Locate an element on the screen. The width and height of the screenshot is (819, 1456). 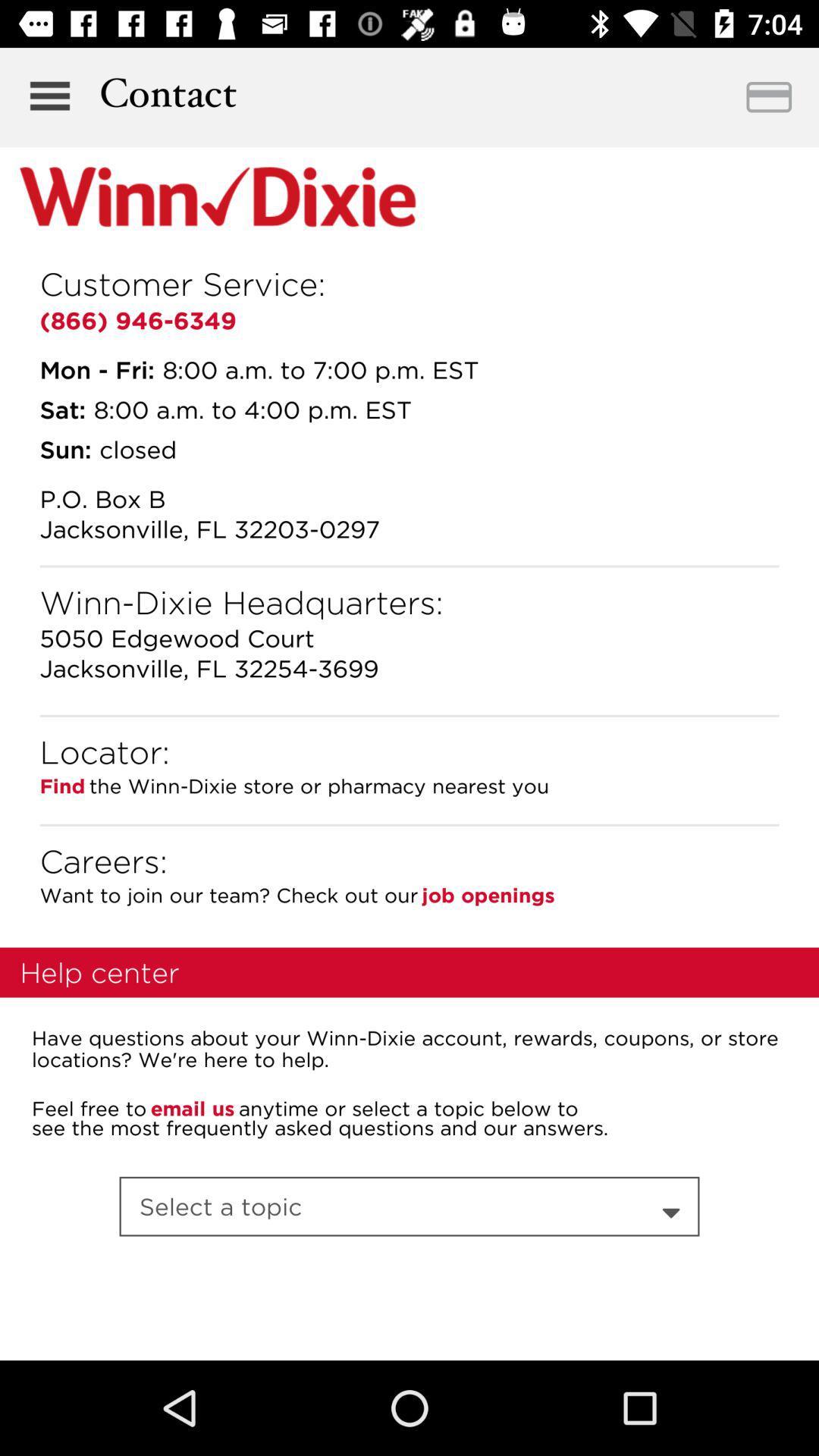
want to join item is located at coordinates (228, 895).